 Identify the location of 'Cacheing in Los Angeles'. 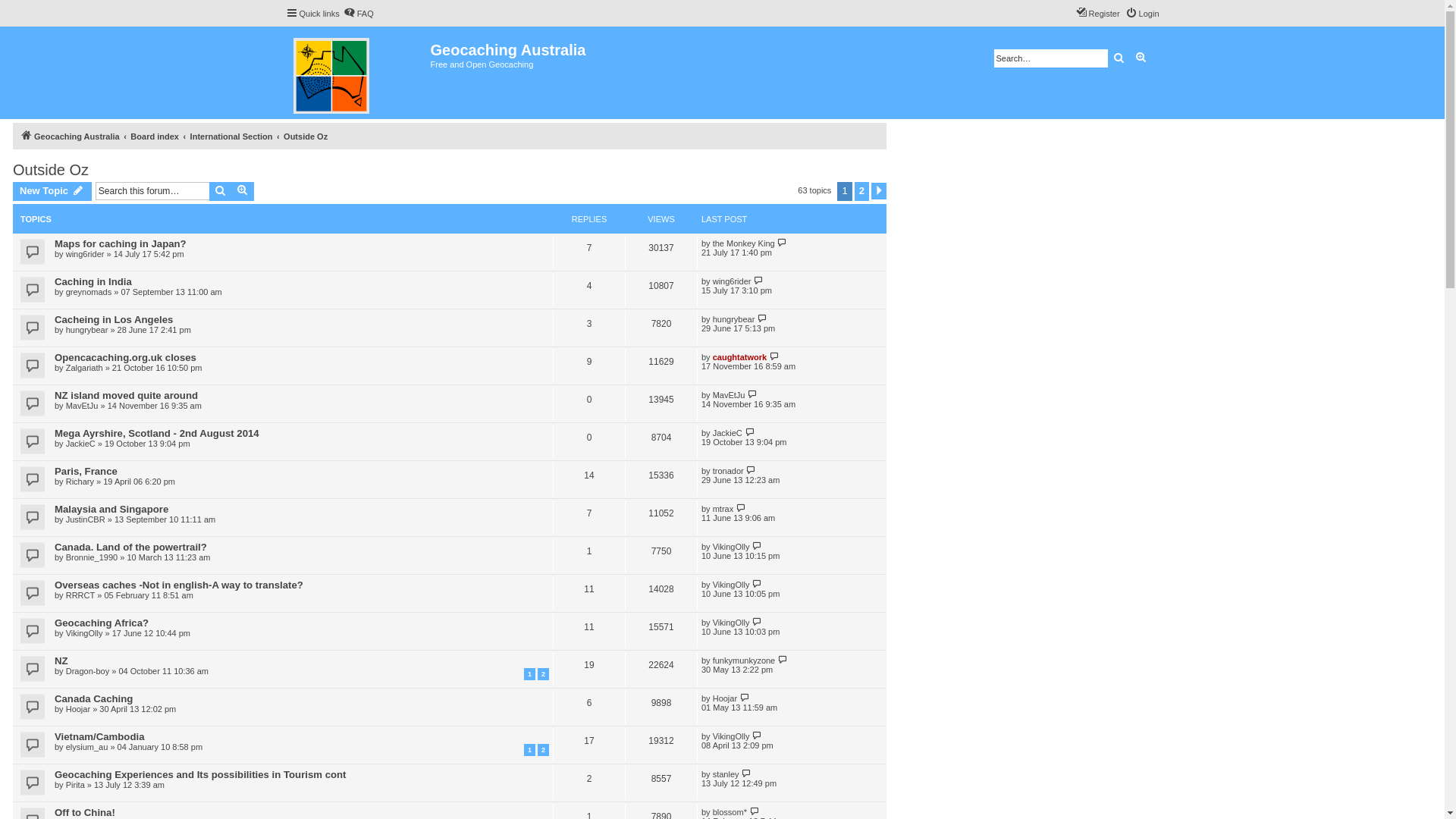
(112, 318).